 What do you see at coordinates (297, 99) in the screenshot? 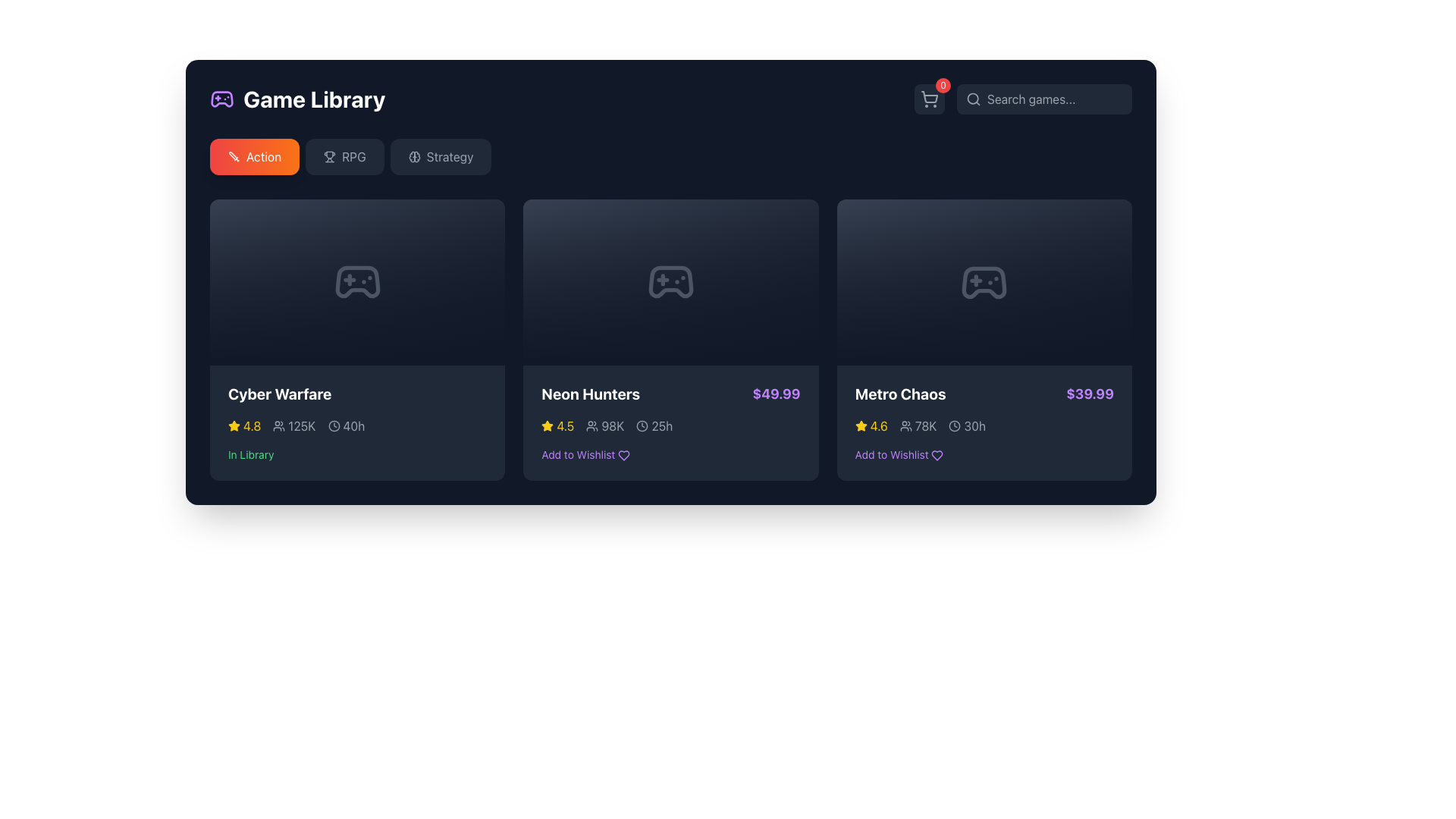
I see `text label 'Game Library' which is styled in large, bold white font and accompanied by a purple gamepad icon, located in the top-left corner of the interface` at bounding box center [297, 99].